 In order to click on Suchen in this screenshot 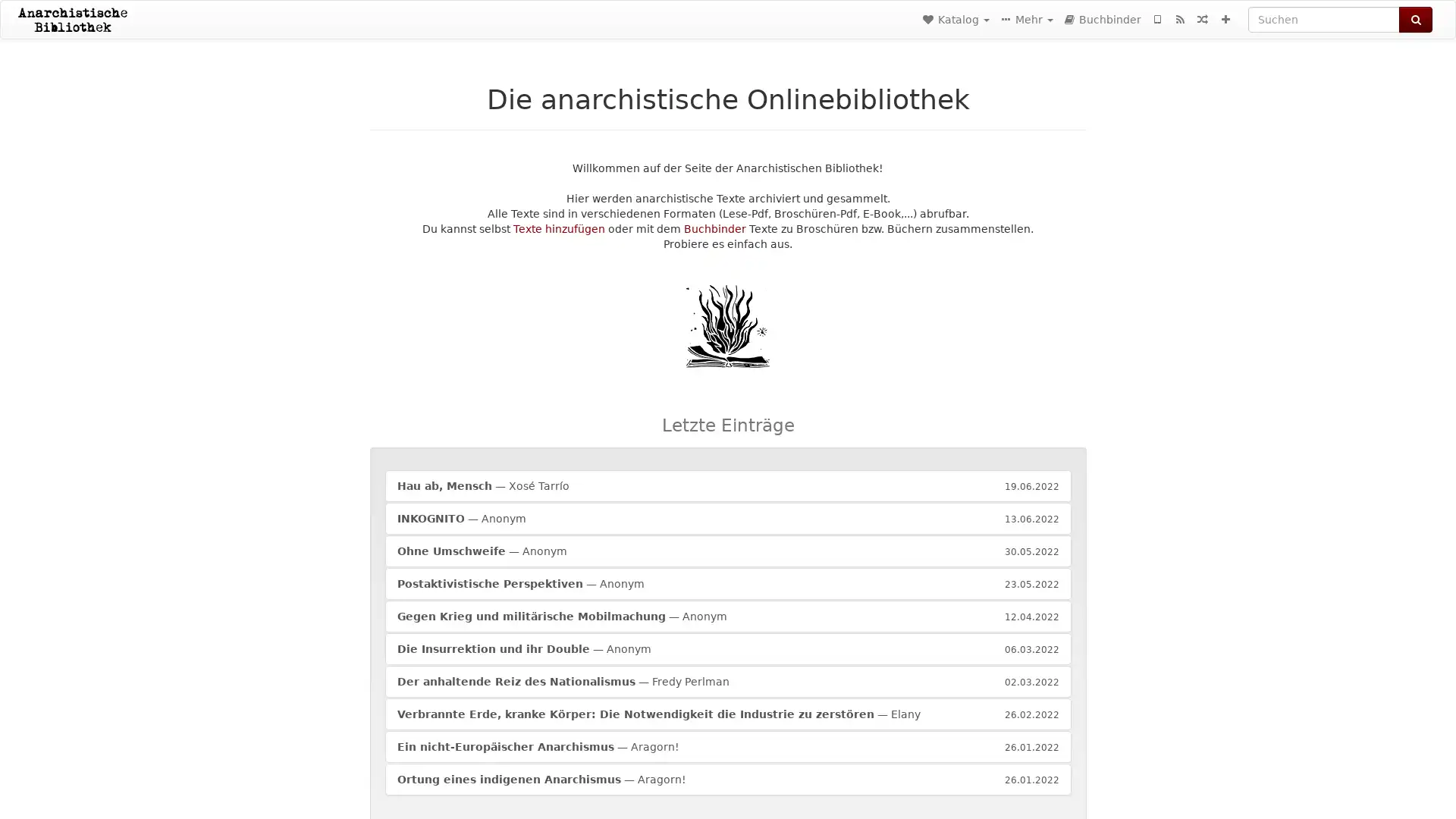, I will do `click(1415, 20)`.